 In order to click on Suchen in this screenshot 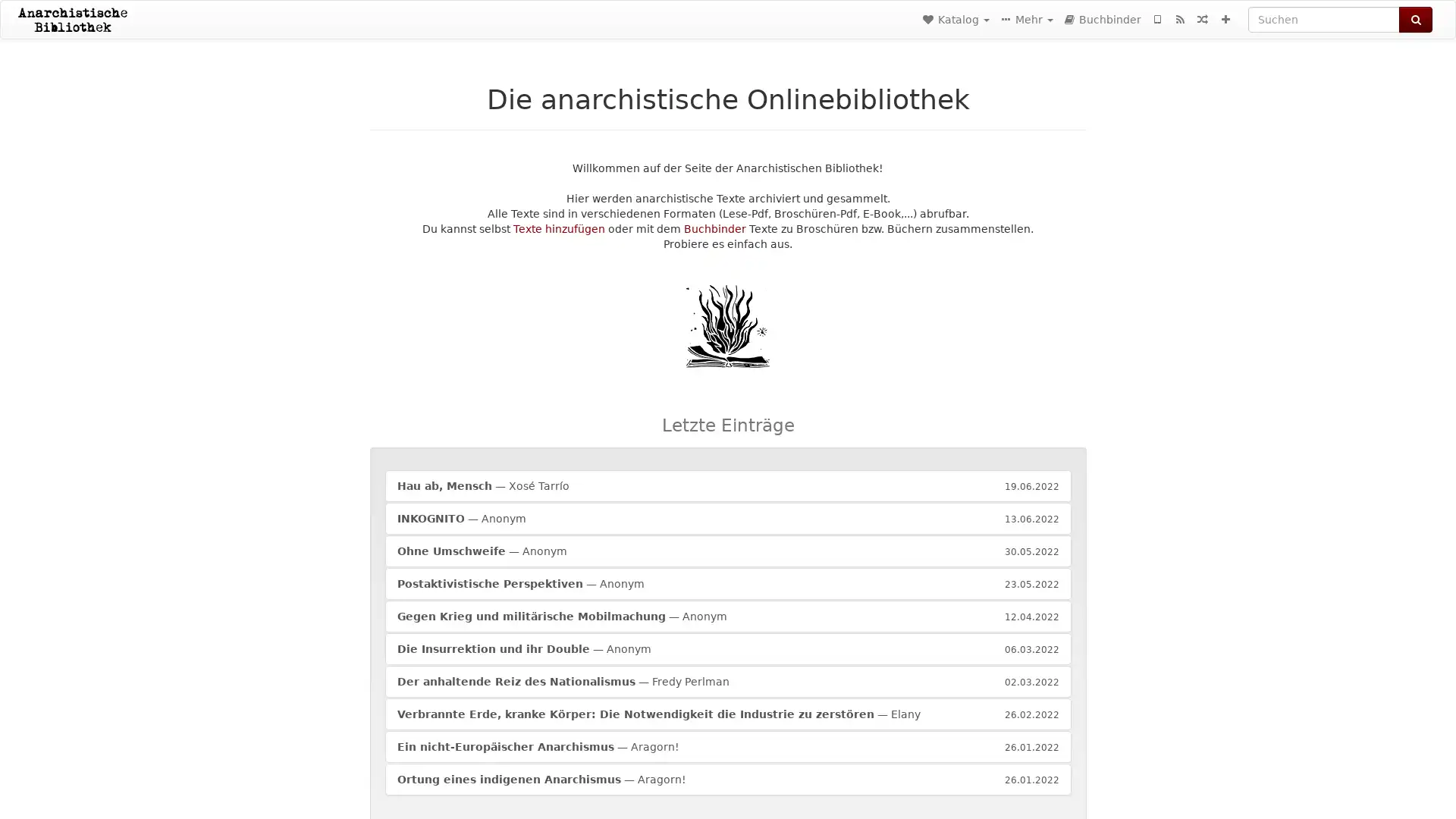, I will do `click(1415, 20)`.